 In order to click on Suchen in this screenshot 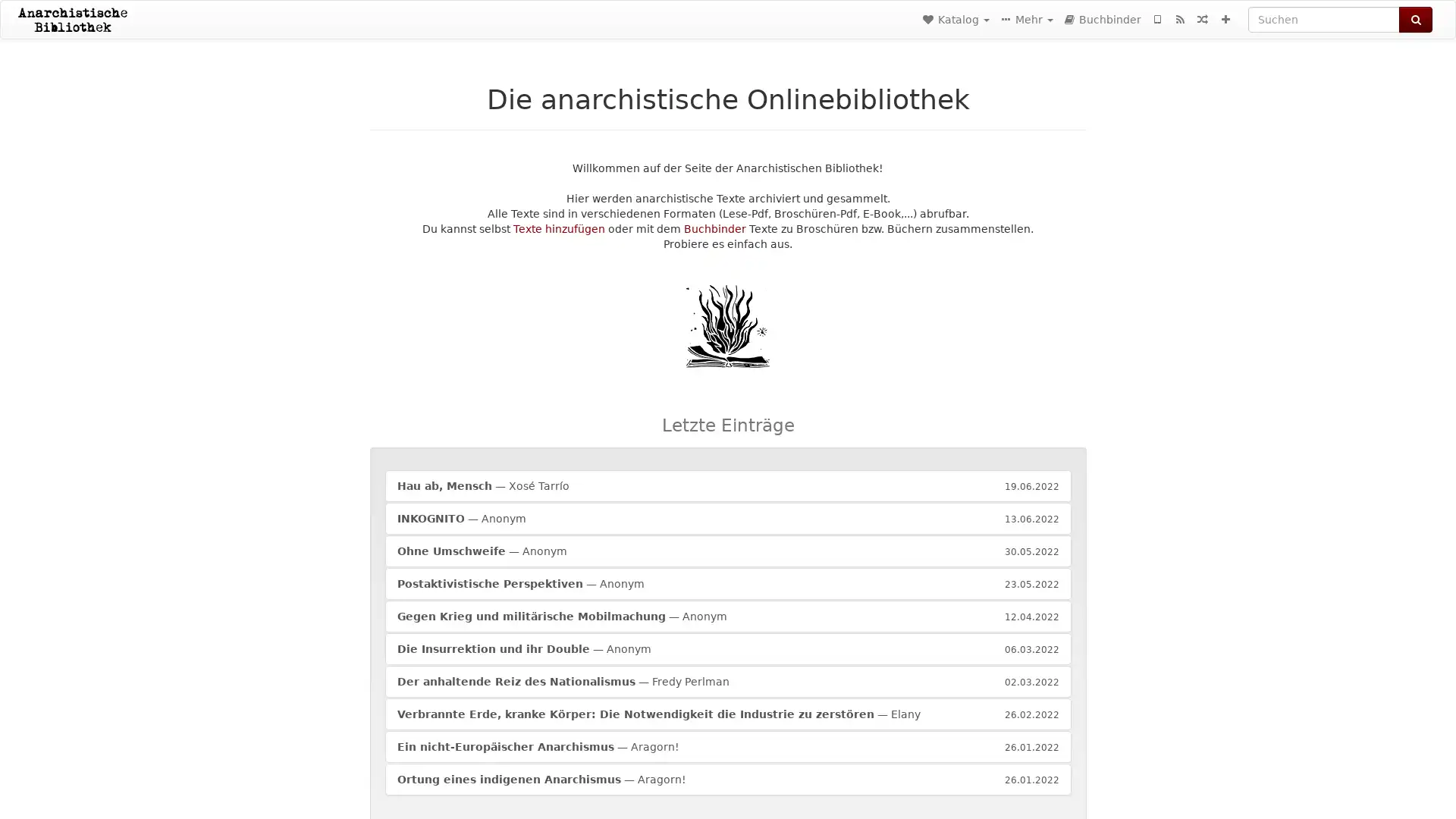, I will do `click(1415, 20)`.